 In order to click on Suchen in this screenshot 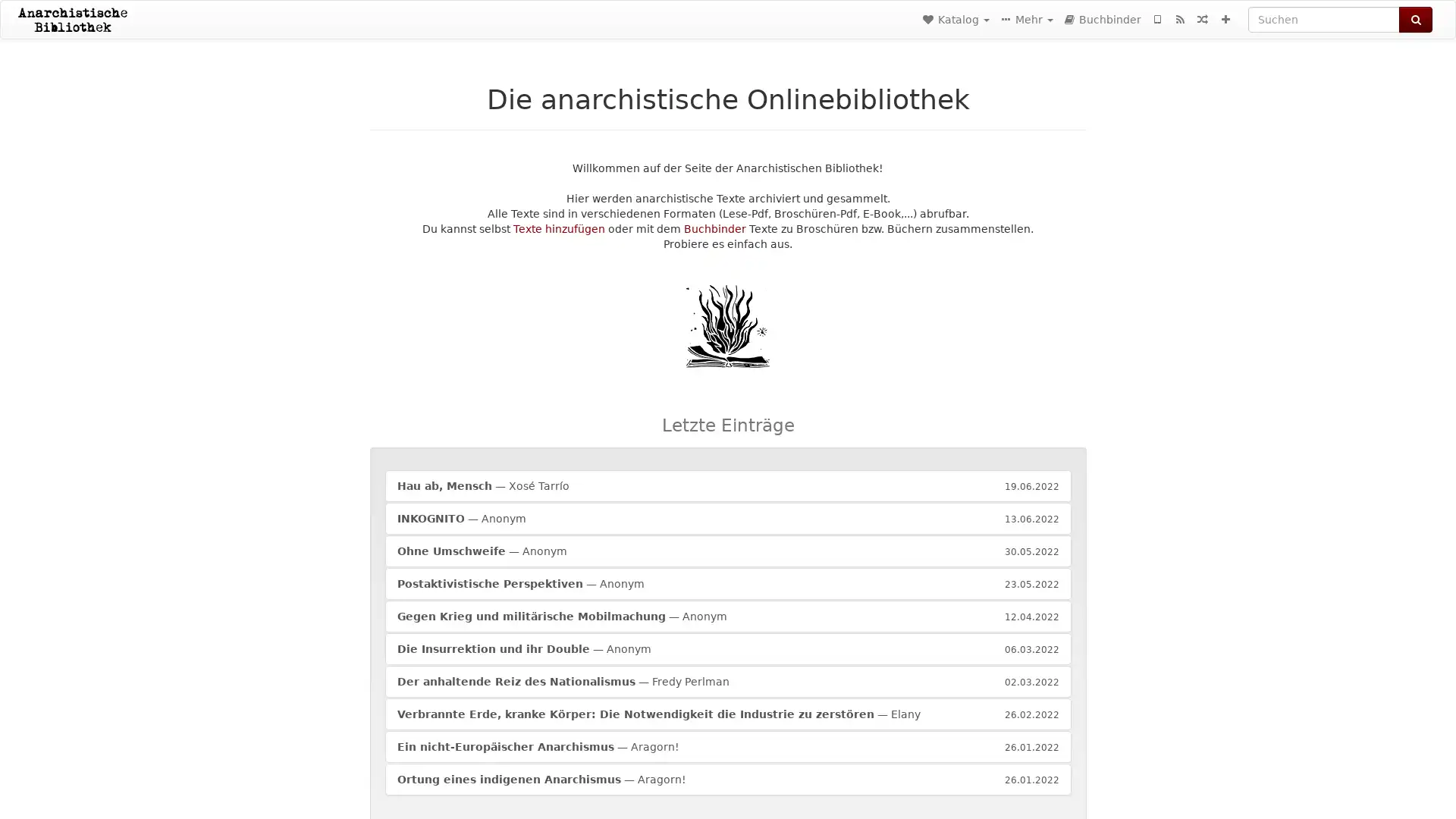, I will do `click(1415, 20)`.